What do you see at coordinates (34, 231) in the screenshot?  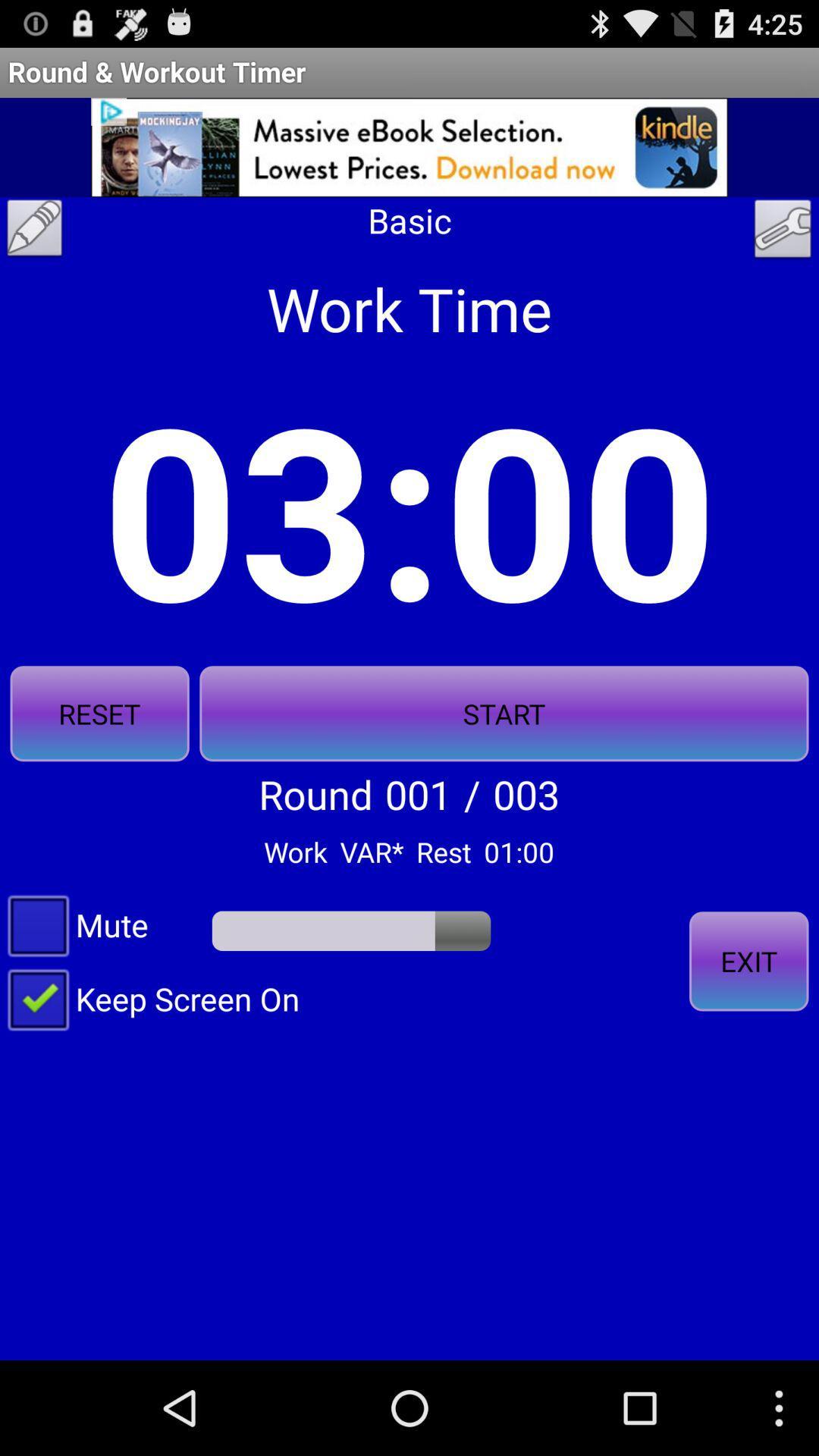 I see `edit page` at bounding box center [34, 231].